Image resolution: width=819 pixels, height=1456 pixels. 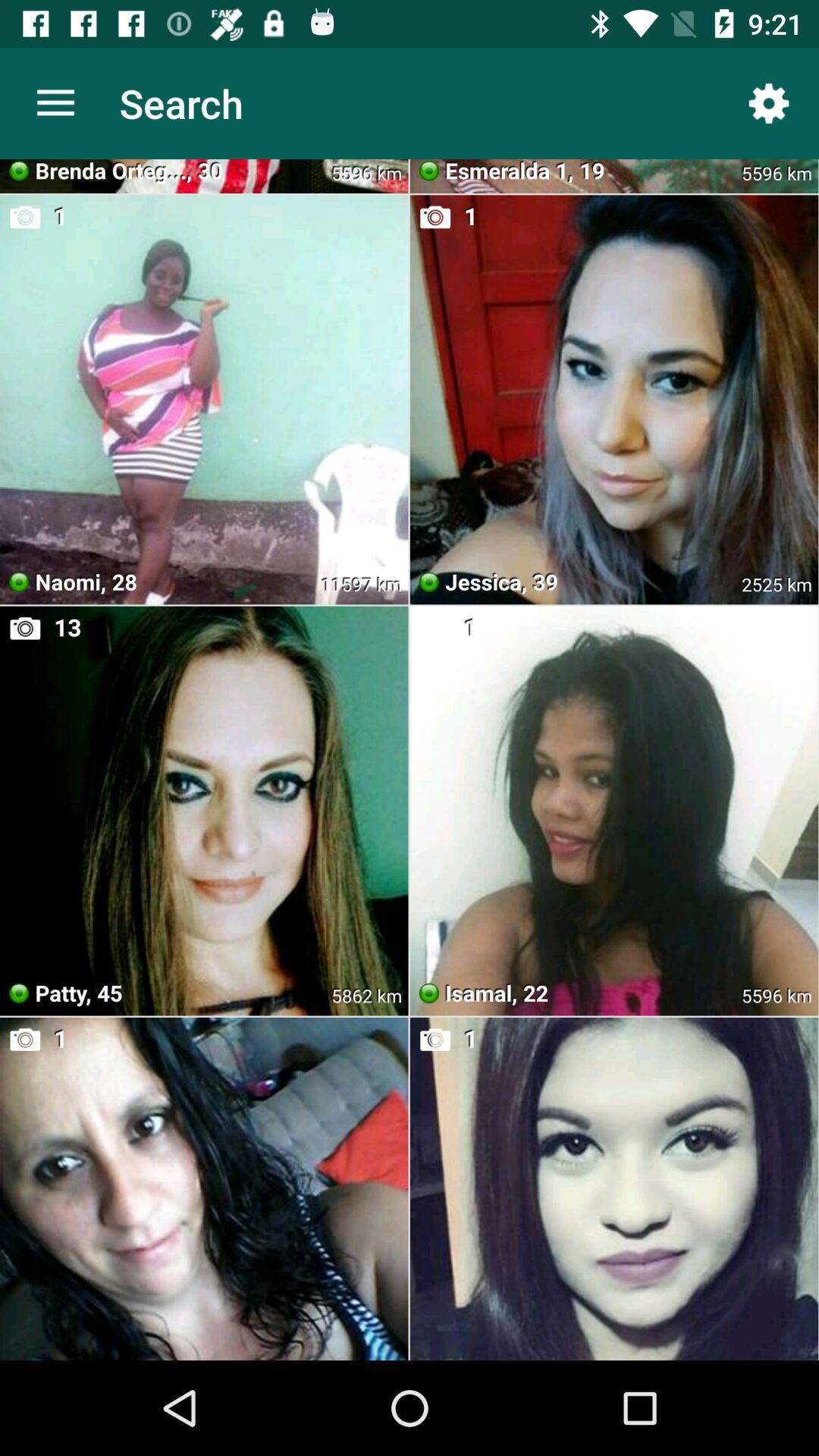 I want to click on the icon next to the search app, so click(x=55, y=102).